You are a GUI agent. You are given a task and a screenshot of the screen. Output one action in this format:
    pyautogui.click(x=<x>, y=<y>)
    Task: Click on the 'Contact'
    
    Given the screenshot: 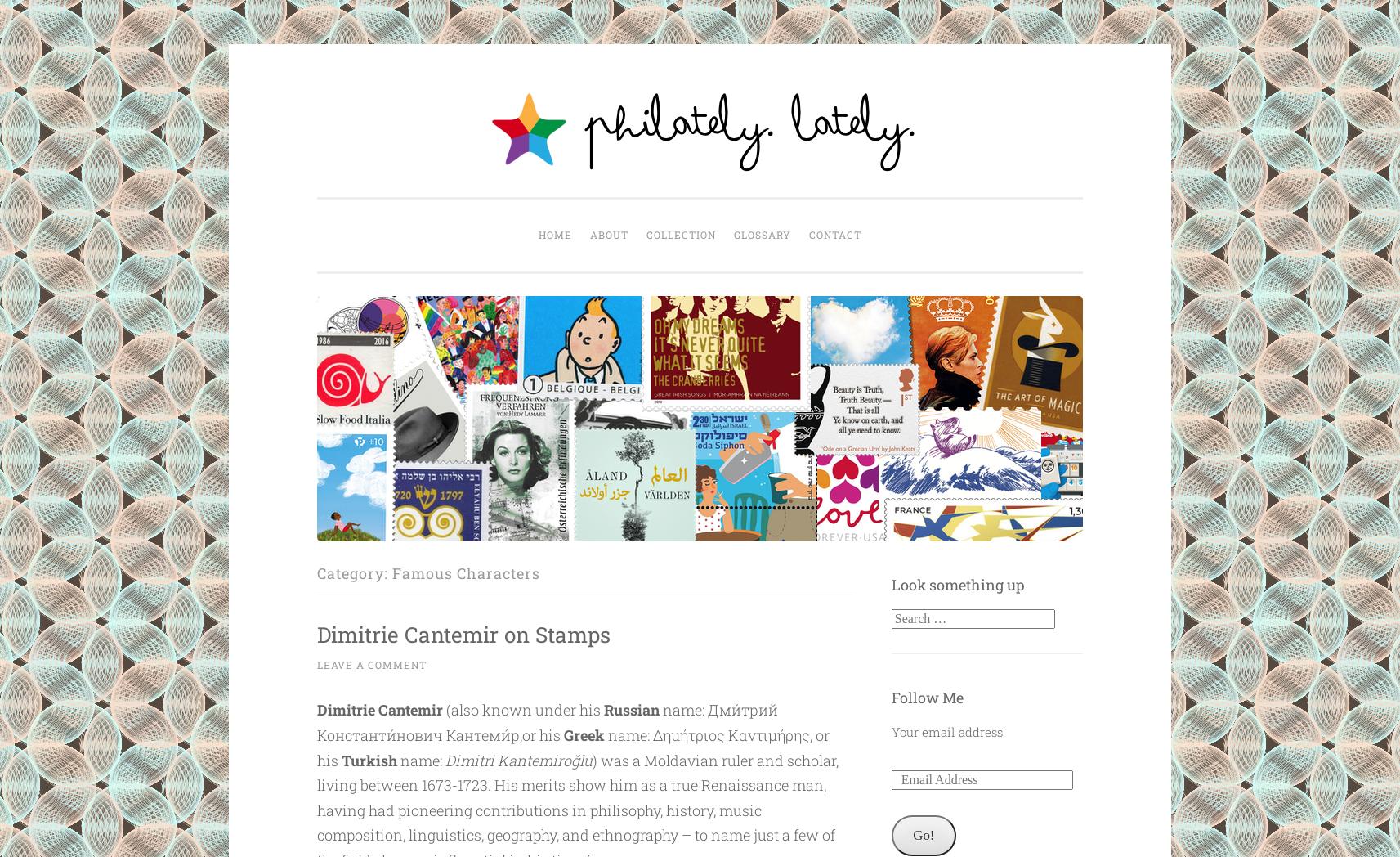 What is the action you would take?
    pyautogui.click(x=834, y=234)
    